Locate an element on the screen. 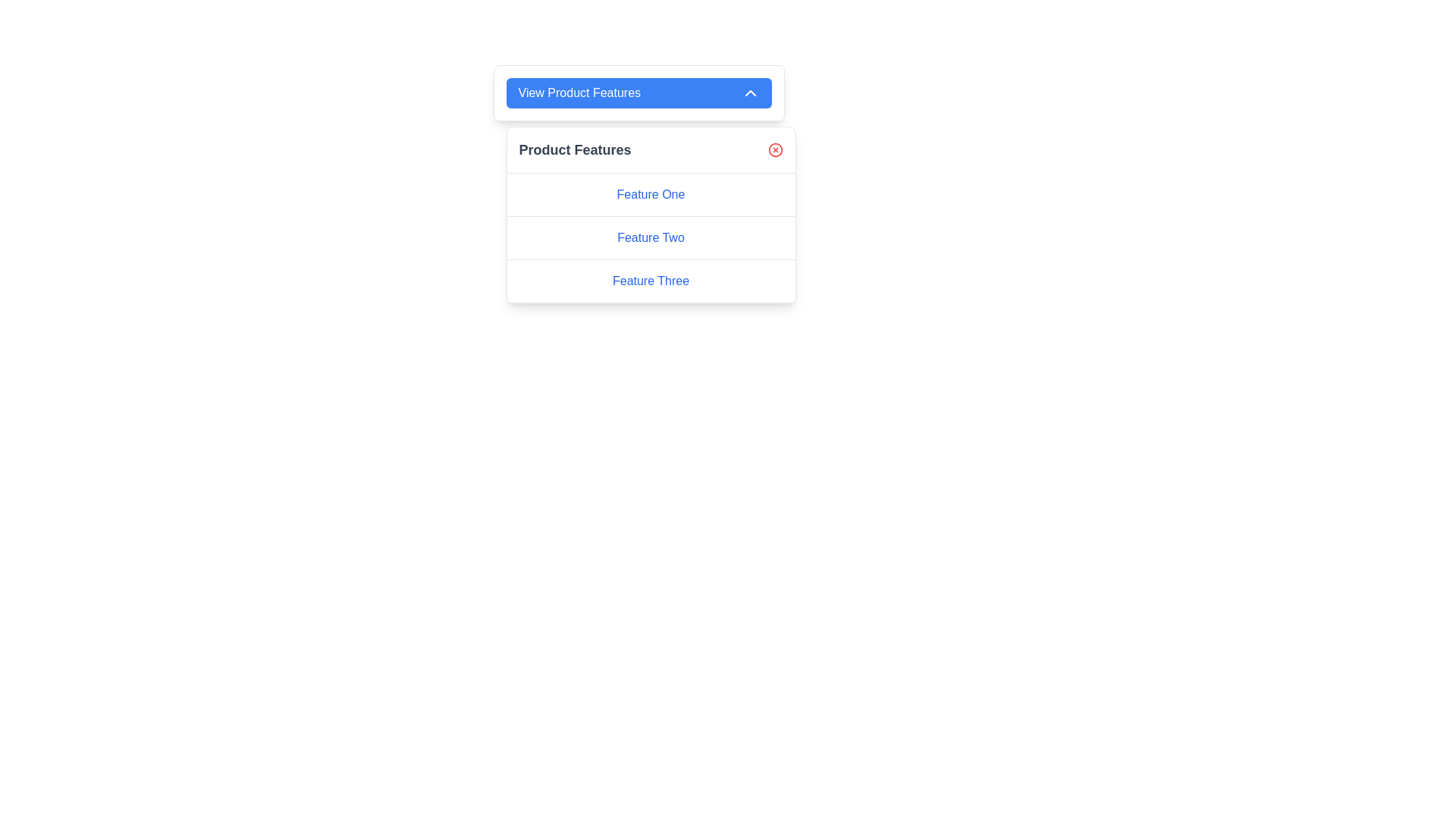 This screenshot has width=1456, height=819. the close button, which is a circular SVG shape with a cross sign, located in the top-right corner of the 'Product Features' dropdown menu is located at coordinates (775, 149).